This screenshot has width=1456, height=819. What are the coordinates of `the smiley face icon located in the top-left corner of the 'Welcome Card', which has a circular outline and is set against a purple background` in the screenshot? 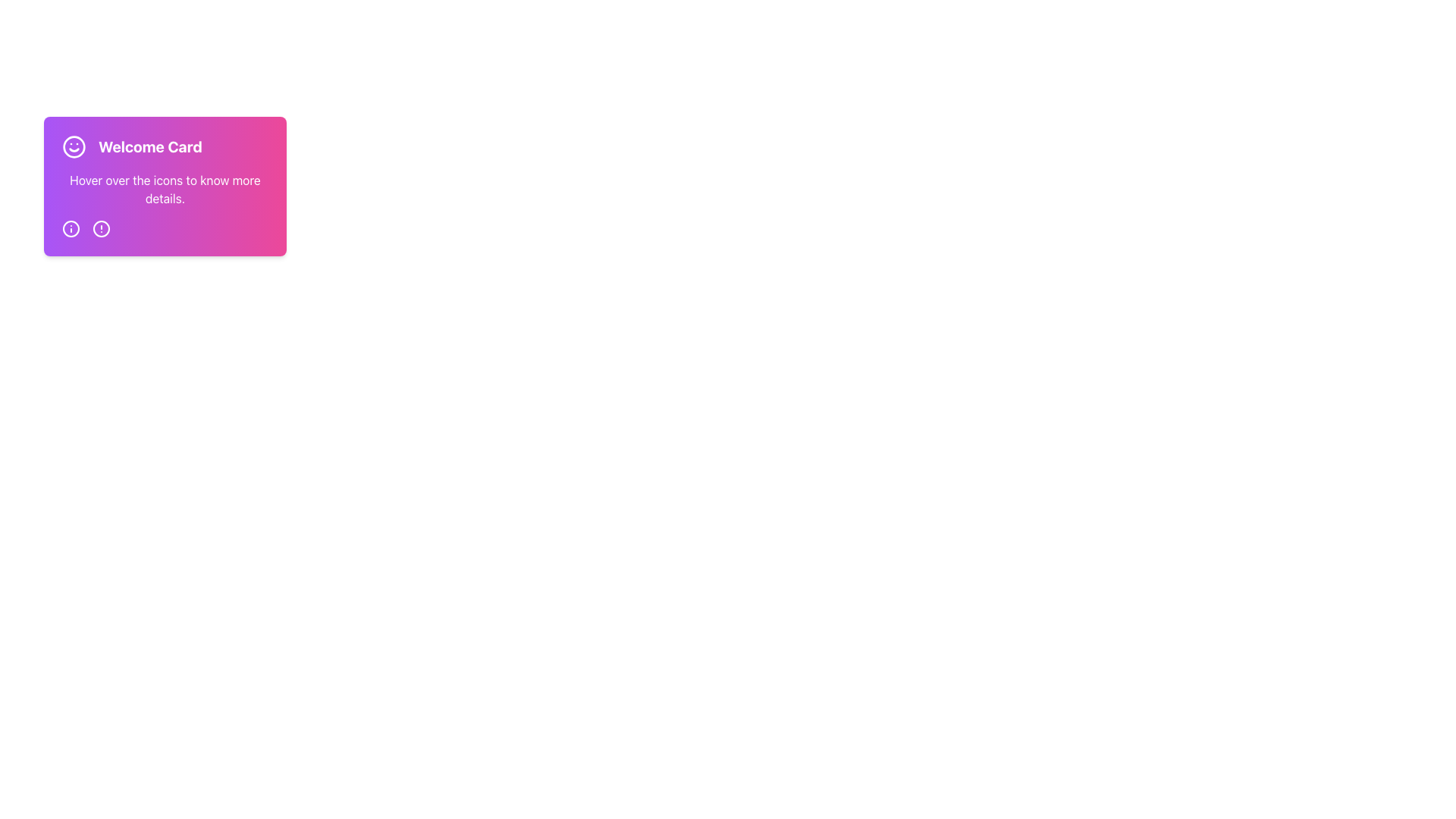 It's located at (73, 146).